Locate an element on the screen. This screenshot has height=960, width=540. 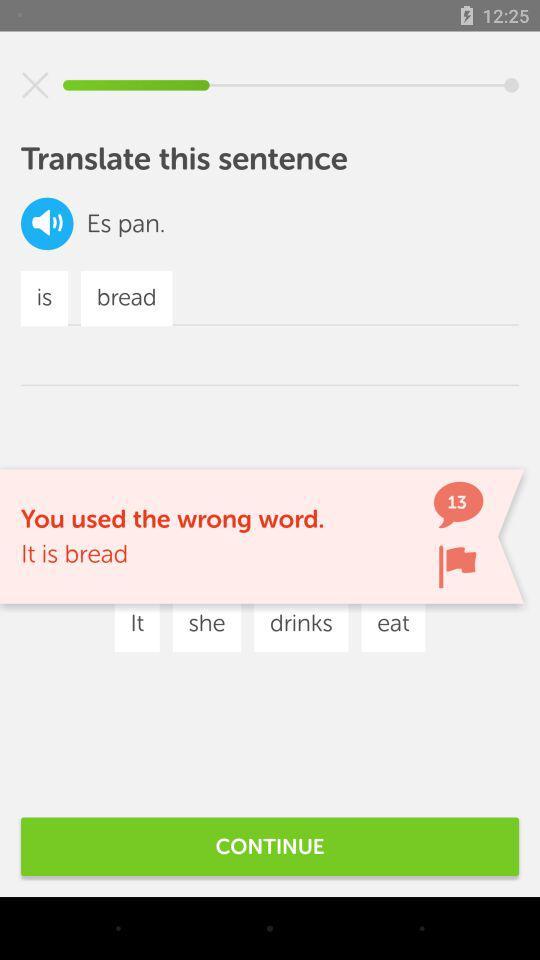
icon to the right of the it is located at coordinates (205, 623).